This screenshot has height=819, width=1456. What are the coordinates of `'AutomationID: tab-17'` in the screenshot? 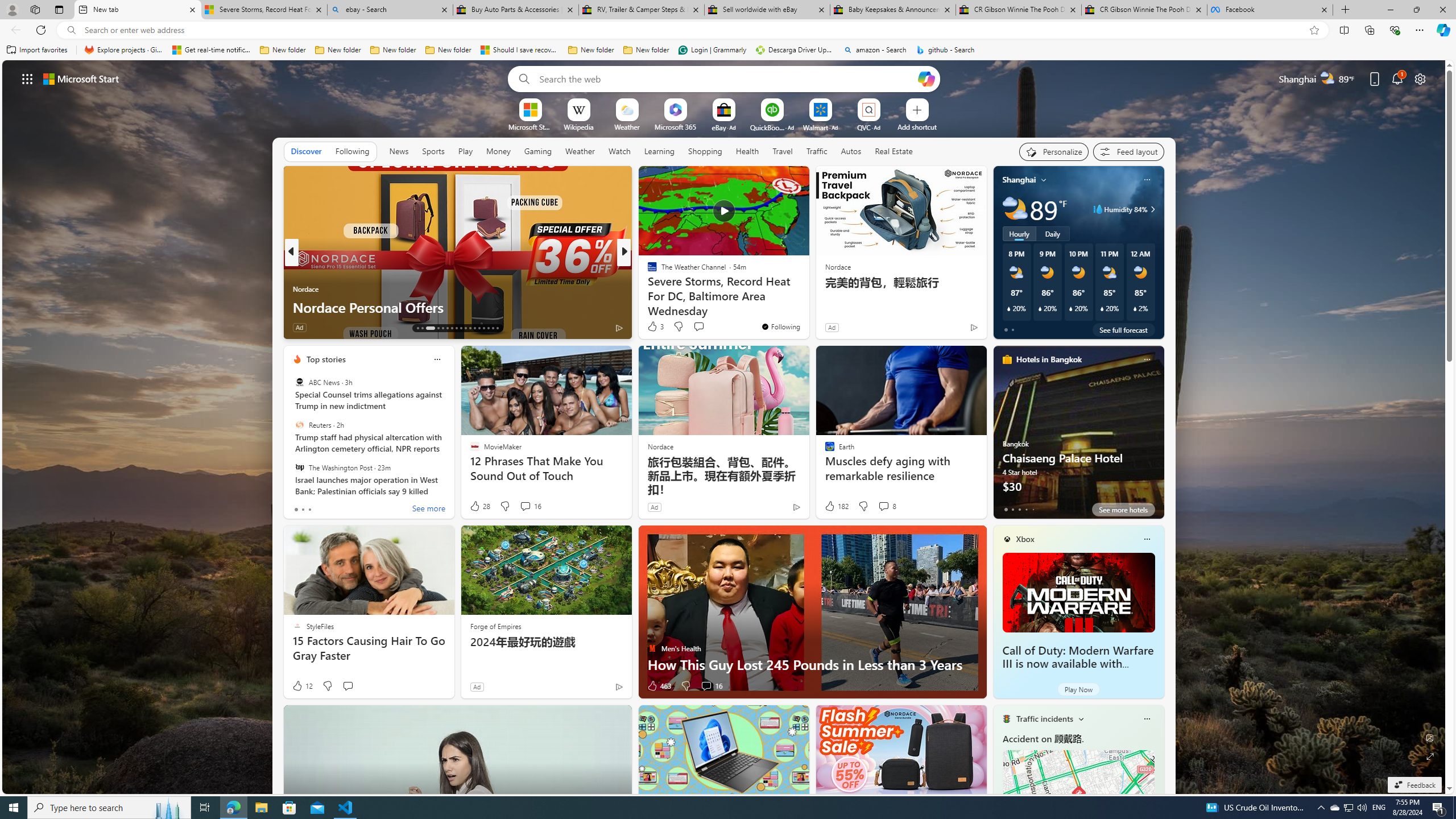 It's located at (442, 328).